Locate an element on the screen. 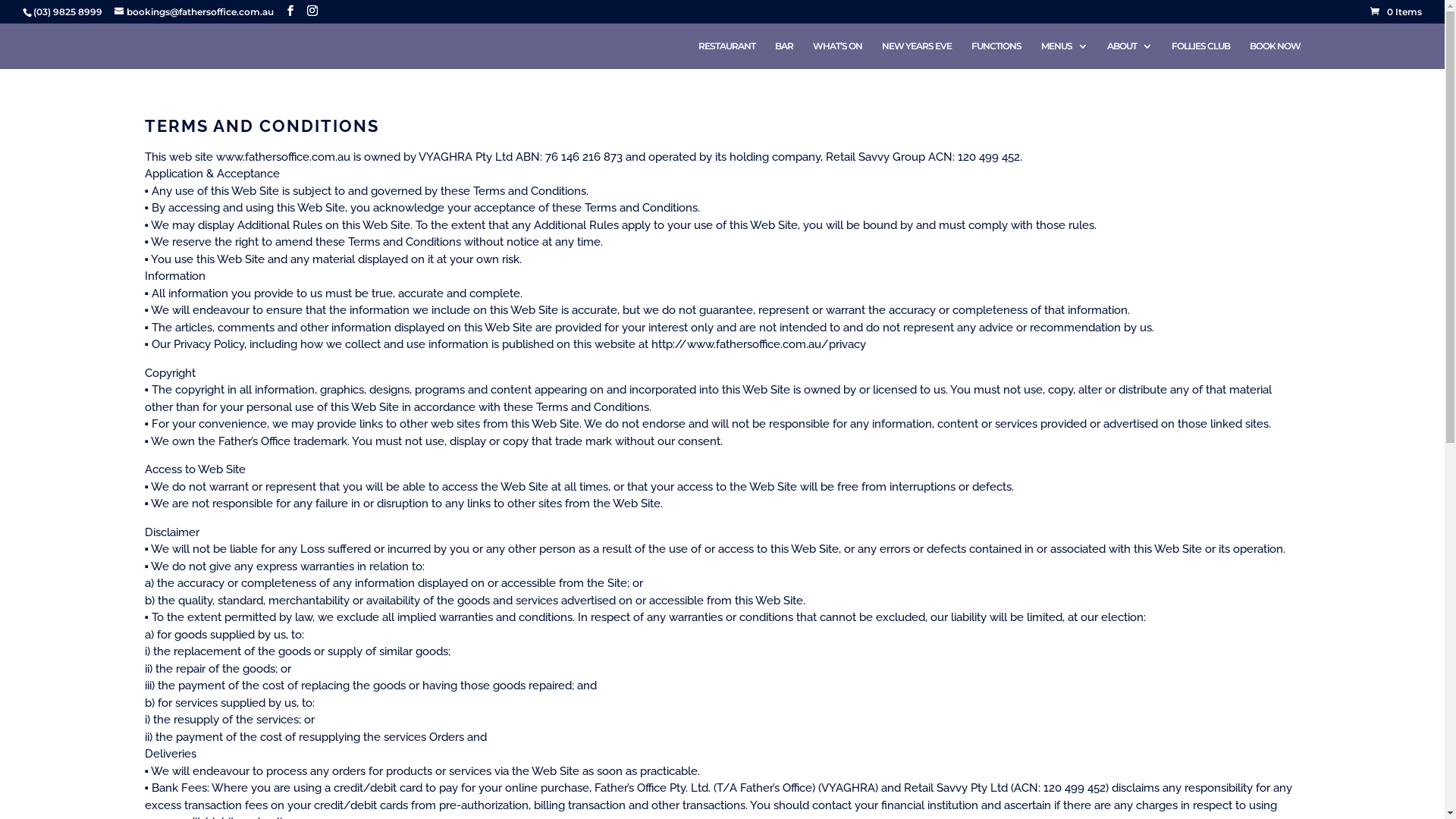 The width and height of the screenshot is (1456, 819). 'ABOUT' is located at coordinates (1129, 54).